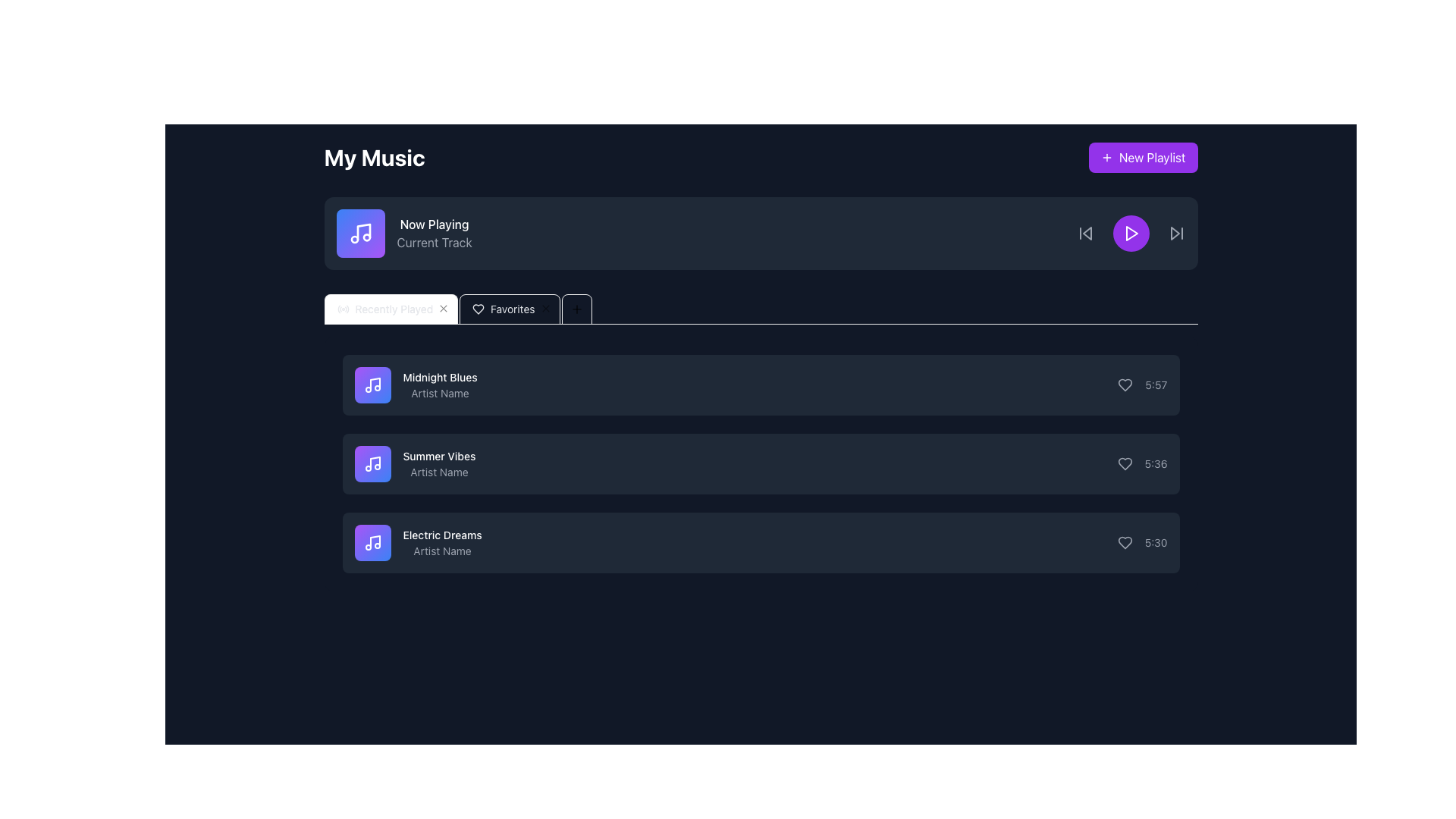 The width and height of the screenshot is (1456, 819). What do you see at coordinates (478, 309) in the screenshot?
I see `the favorite status icon located to the left of the 'Favorites' text in the music player's playlist interface, which is positioned below the 'Recently Played' area` at bounding box center [478, 309].